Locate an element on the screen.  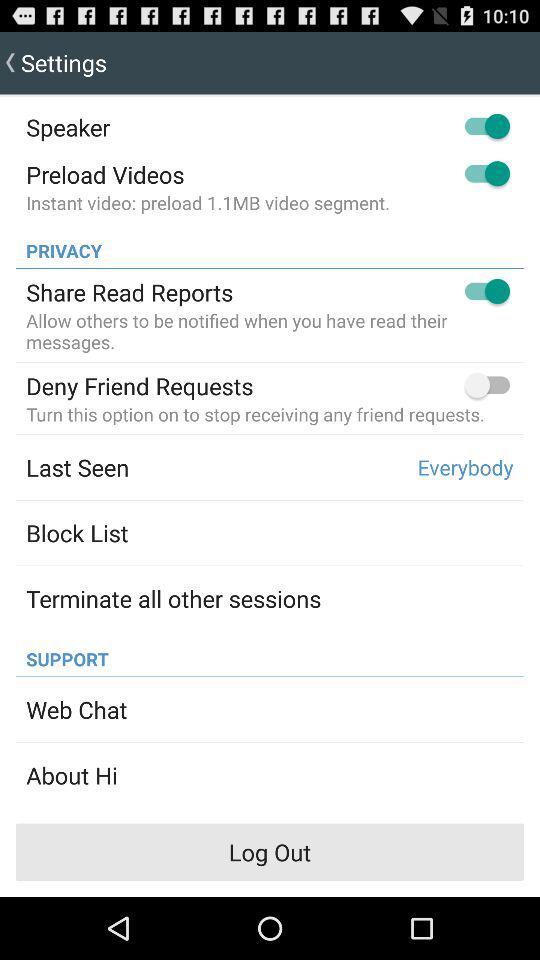
the allow others to item is located at coordinates (270, 331).